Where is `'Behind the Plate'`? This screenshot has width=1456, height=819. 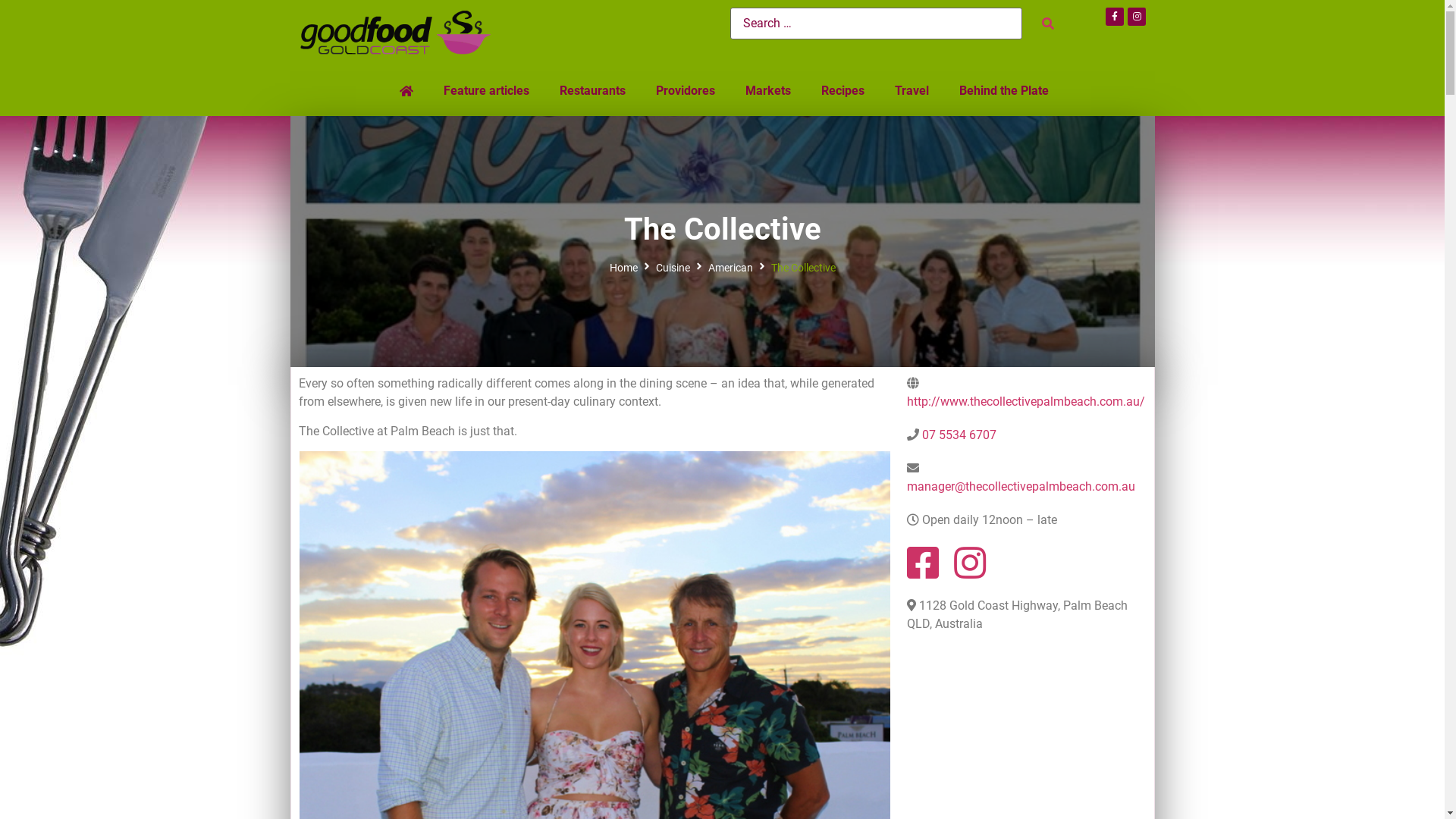 'Behind the Plate' is located at coordinates (942, 90).